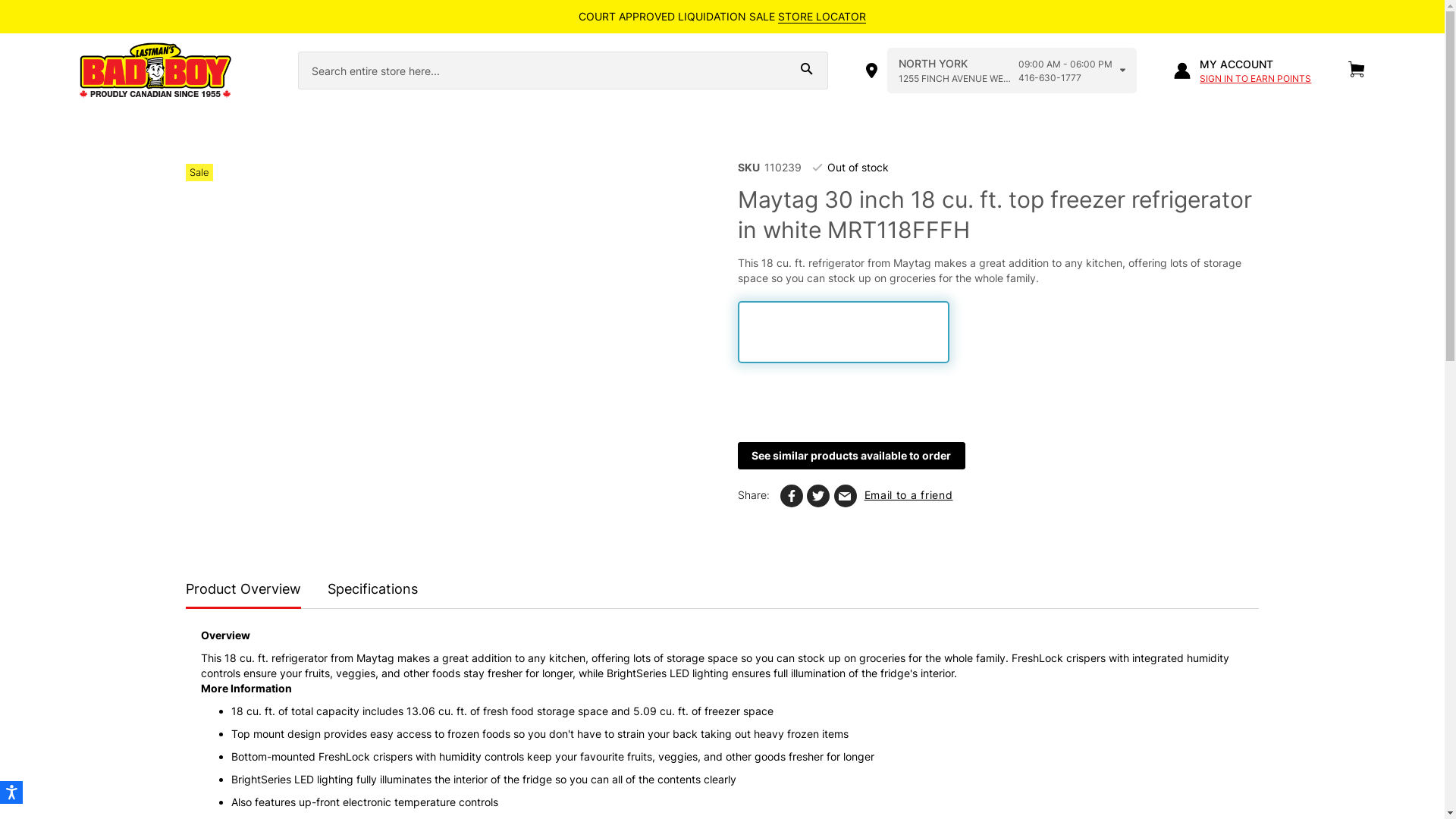  I want to click on 'Lastman's Bad Boy', so click(78, 71).